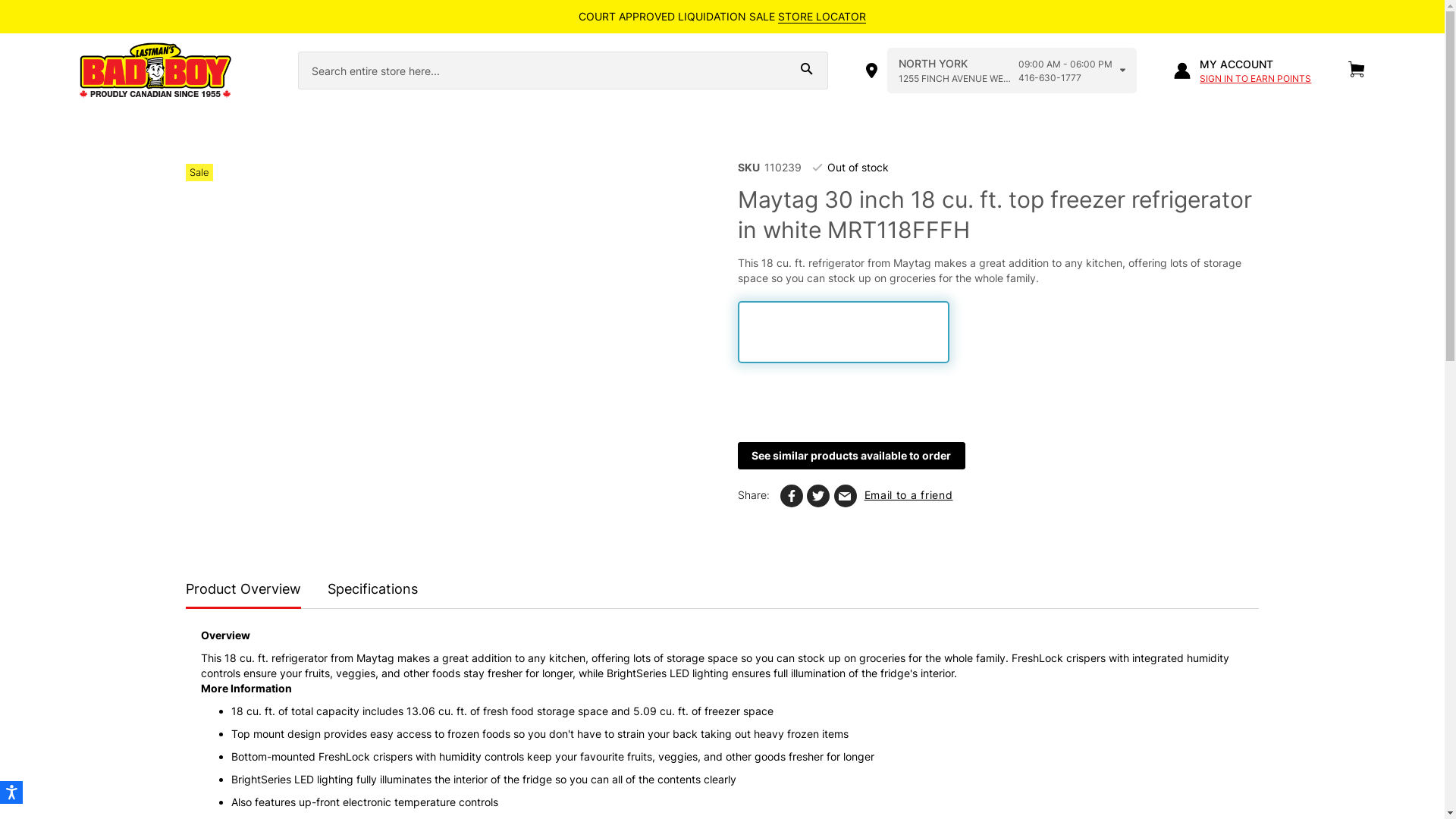  I want to click on 'Lastman's Bad Boy', so click(78, 71).